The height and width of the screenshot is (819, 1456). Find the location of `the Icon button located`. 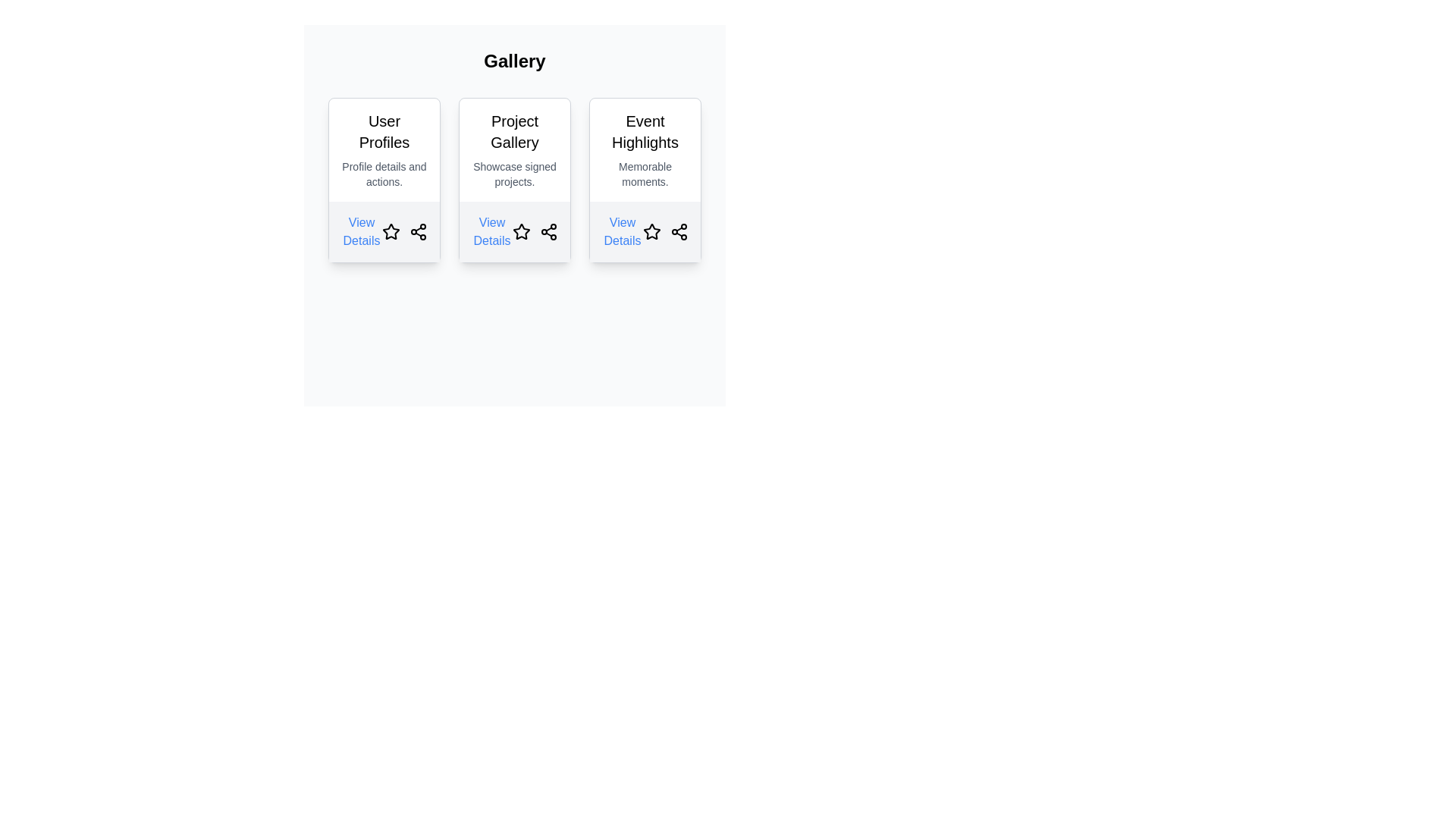

the Icon button located is located at coordinates (651, 231).